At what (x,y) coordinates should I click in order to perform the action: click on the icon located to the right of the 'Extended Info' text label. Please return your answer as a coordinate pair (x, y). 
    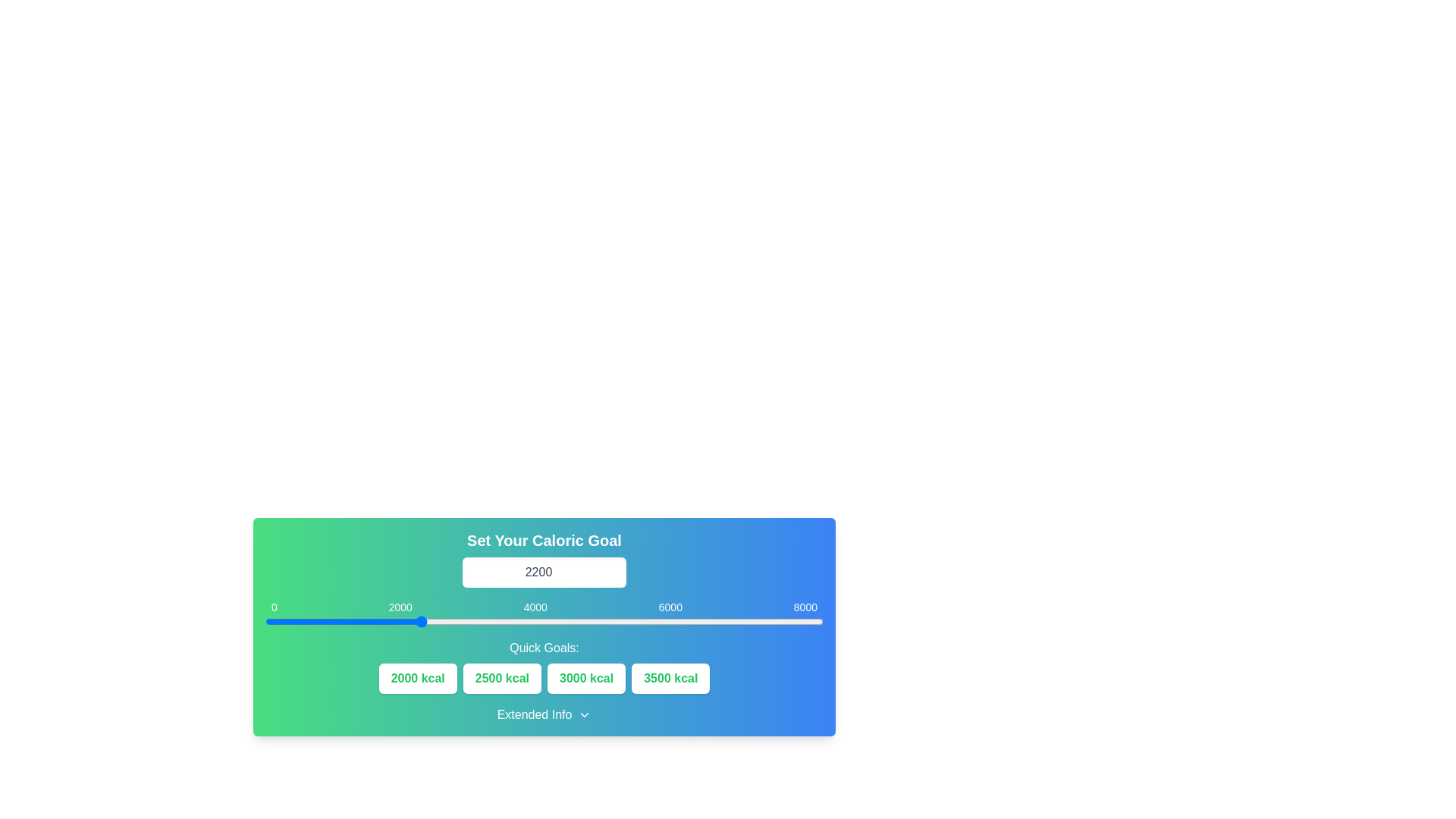
    Looking at the image, I should click on (584, 714).